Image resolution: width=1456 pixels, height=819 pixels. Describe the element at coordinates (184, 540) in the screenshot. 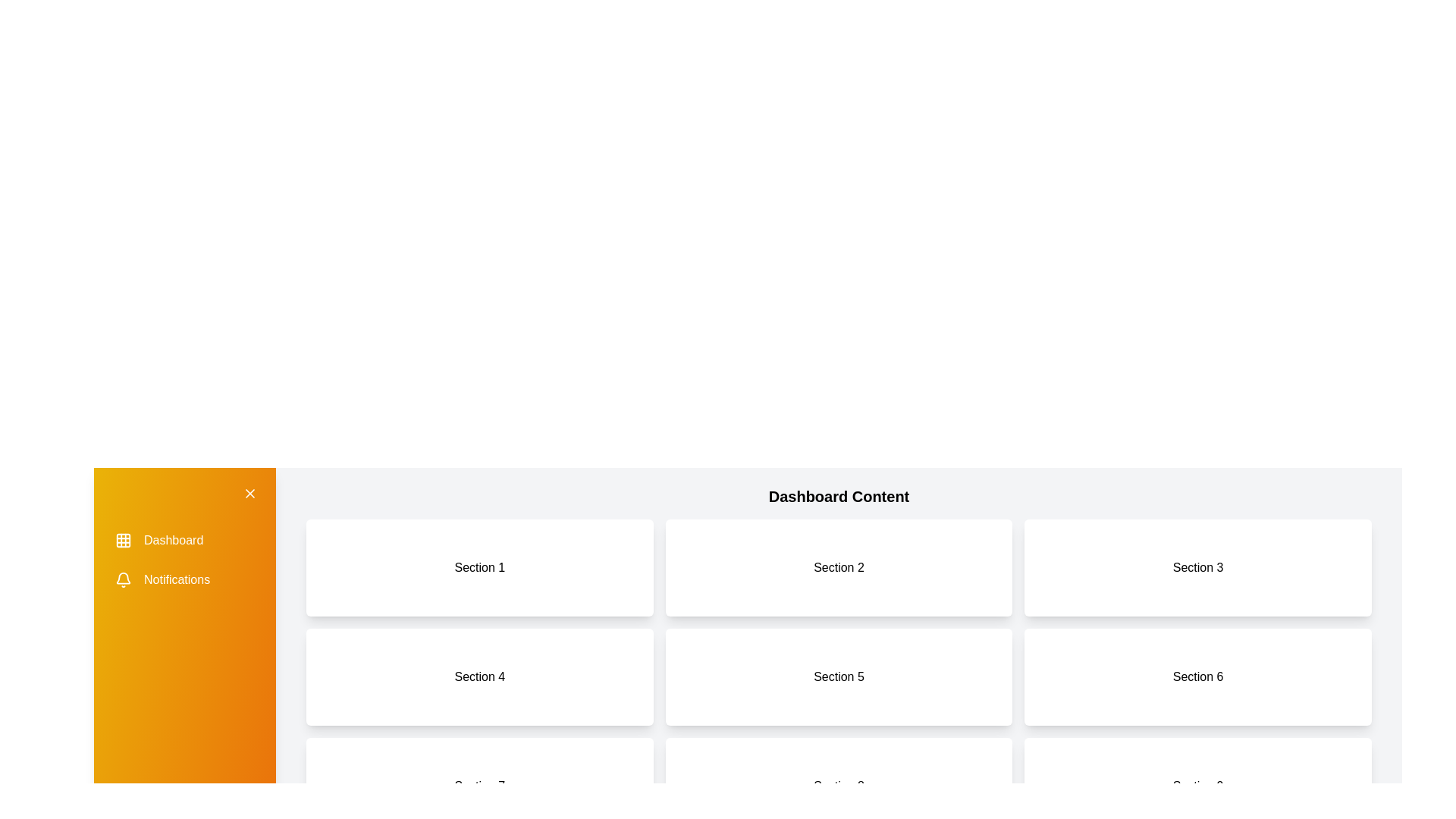

I see `the menu item Dashboard` at that location.